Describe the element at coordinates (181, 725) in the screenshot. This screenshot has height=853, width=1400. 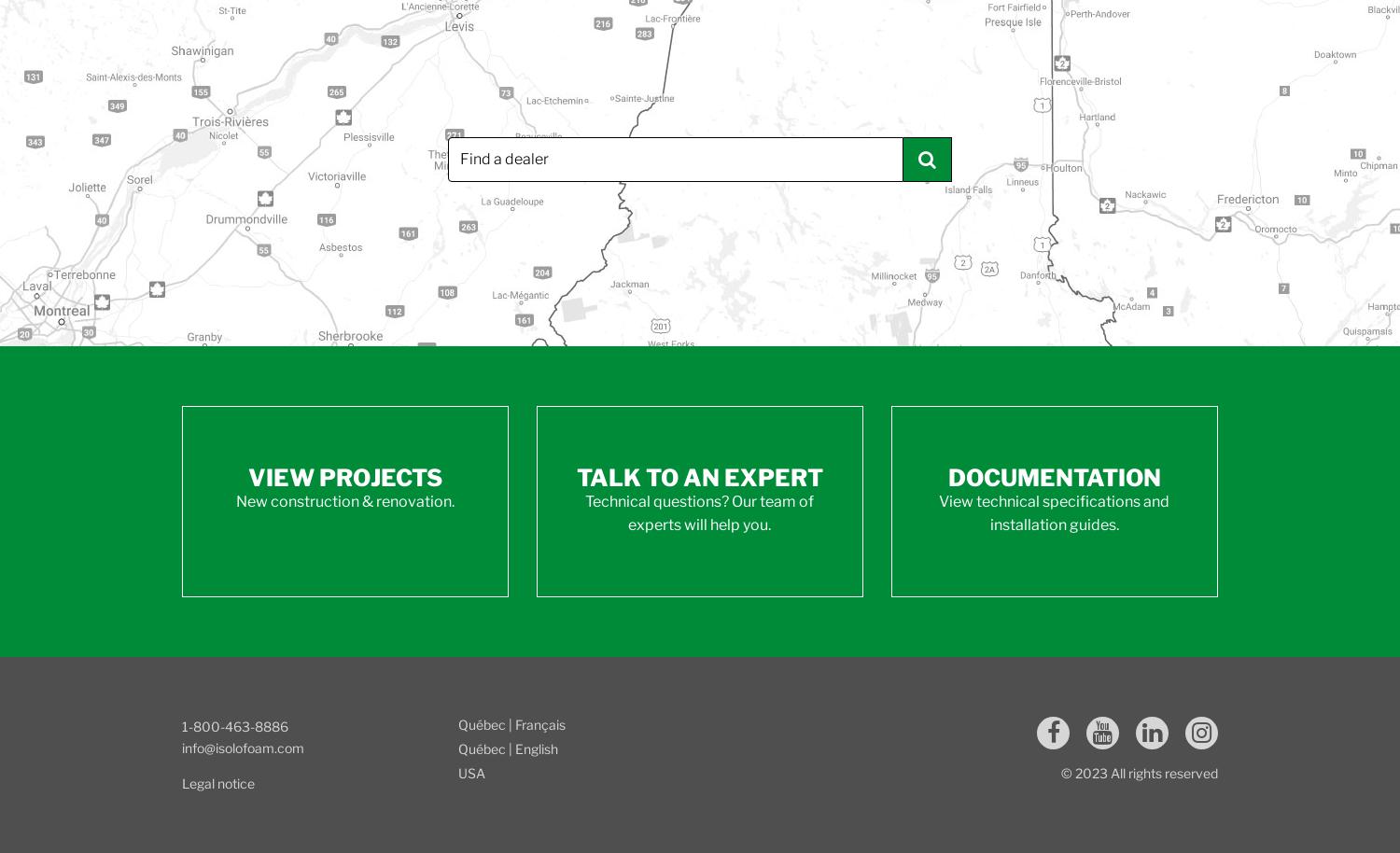
I see `'1-800-463-8886'` at that location.